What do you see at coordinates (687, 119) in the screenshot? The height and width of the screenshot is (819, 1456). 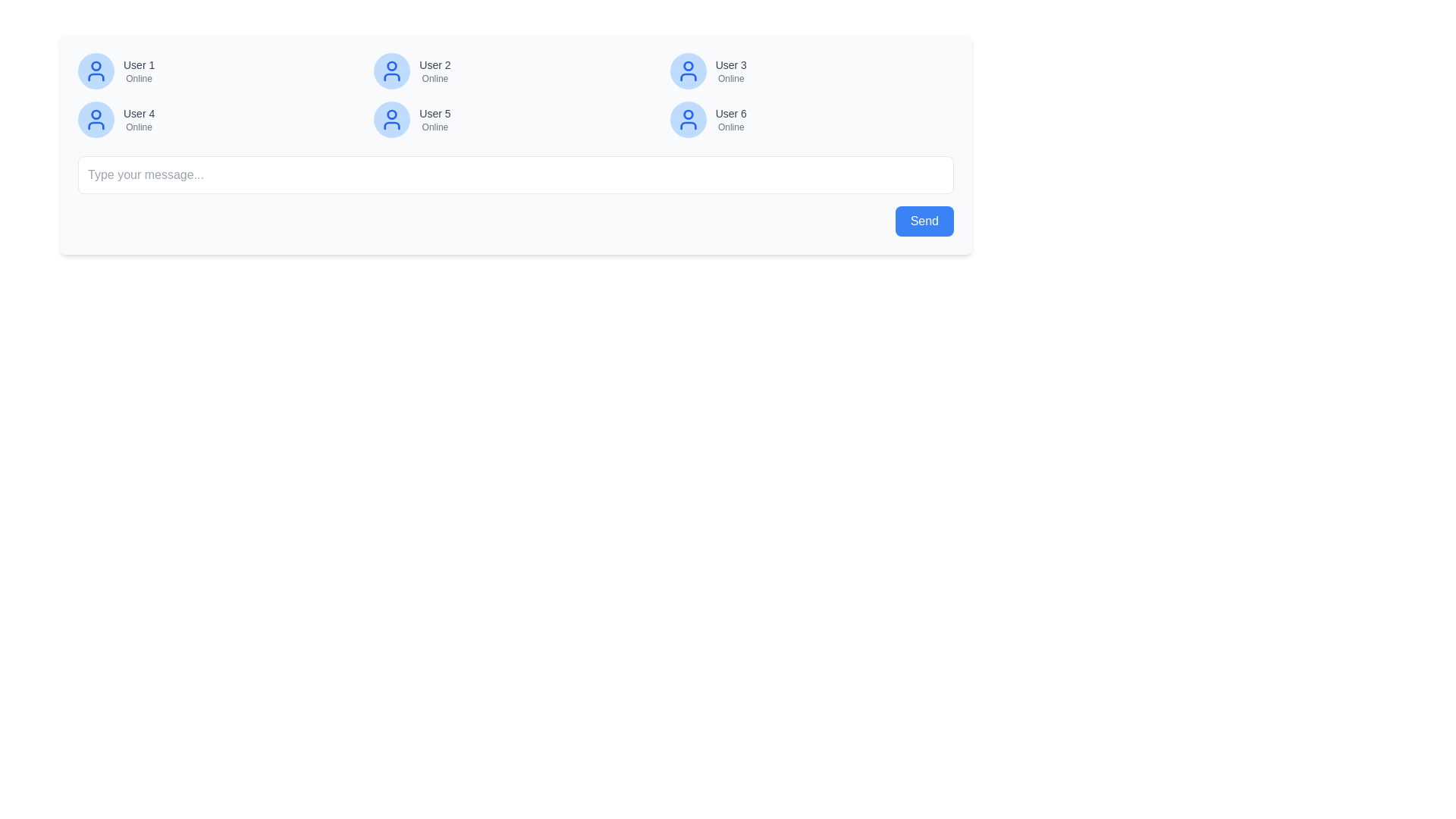 I see `the sixth user icon, which depicts a stylized user silhouette in blue with a circular border, located in the second row and third column of a 2x3 grid` at bounding box center [687, 119].